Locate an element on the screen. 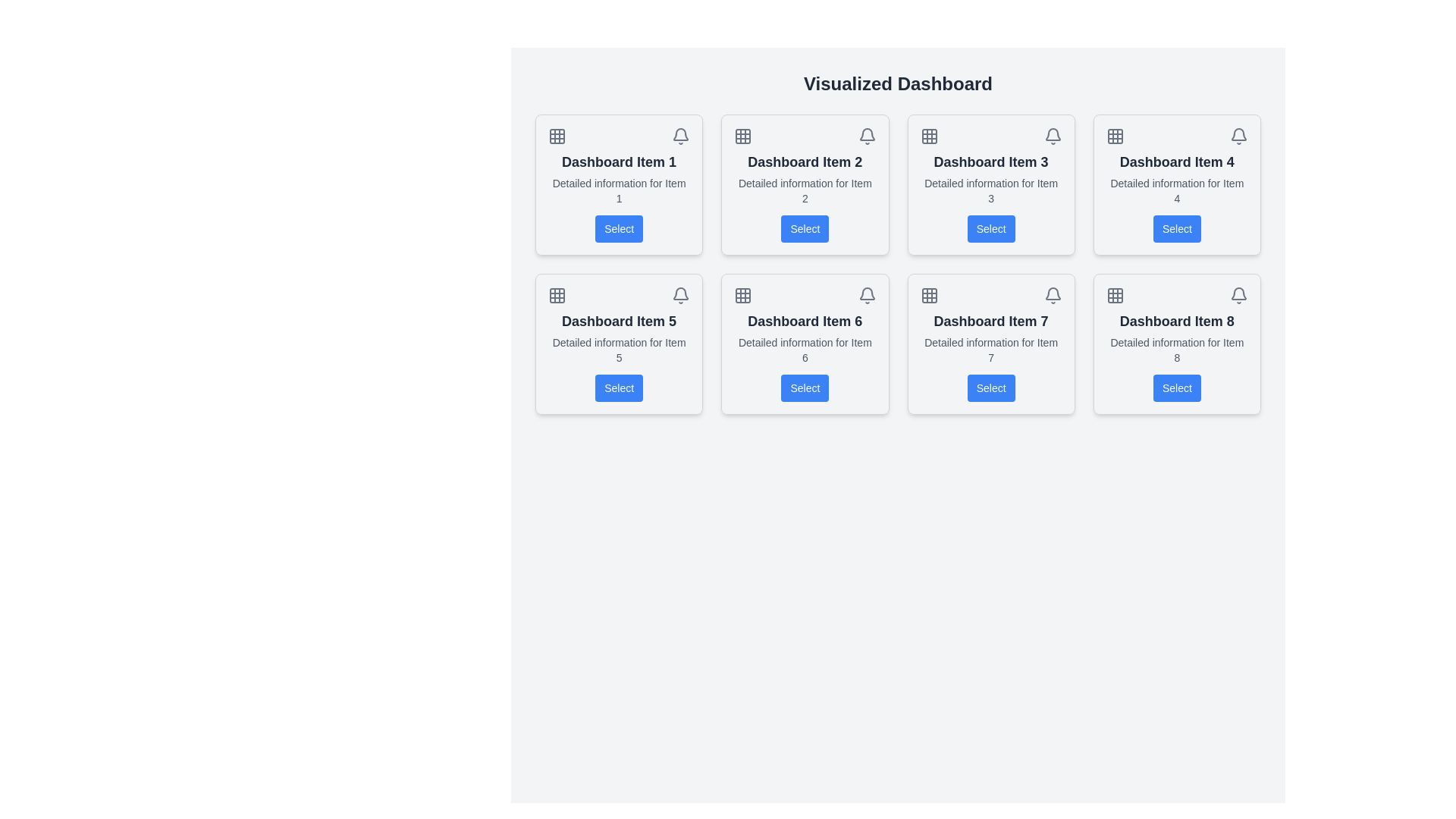 The image size is (1456, 819). the bell-shaped notification icon located in the top-right corner of the card labeled 'Dashboard Item 4' is located at coordinates (1238, 133).